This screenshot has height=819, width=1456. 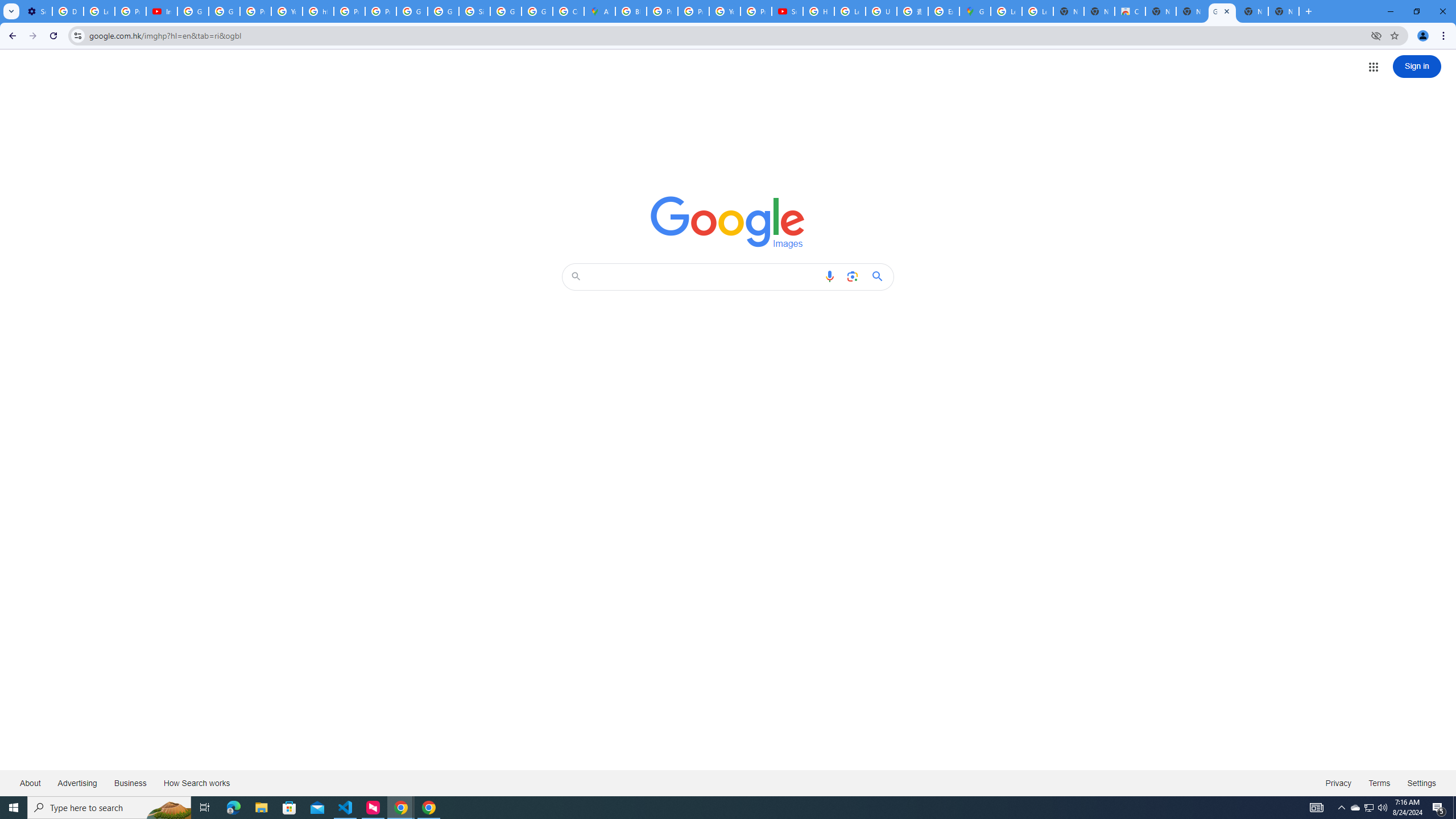 What do you see at coordinates (99, 11) in the screenshot?
I see `'Learn how to find your photos - Google Photos Help'` at bounding box center [99, 11].